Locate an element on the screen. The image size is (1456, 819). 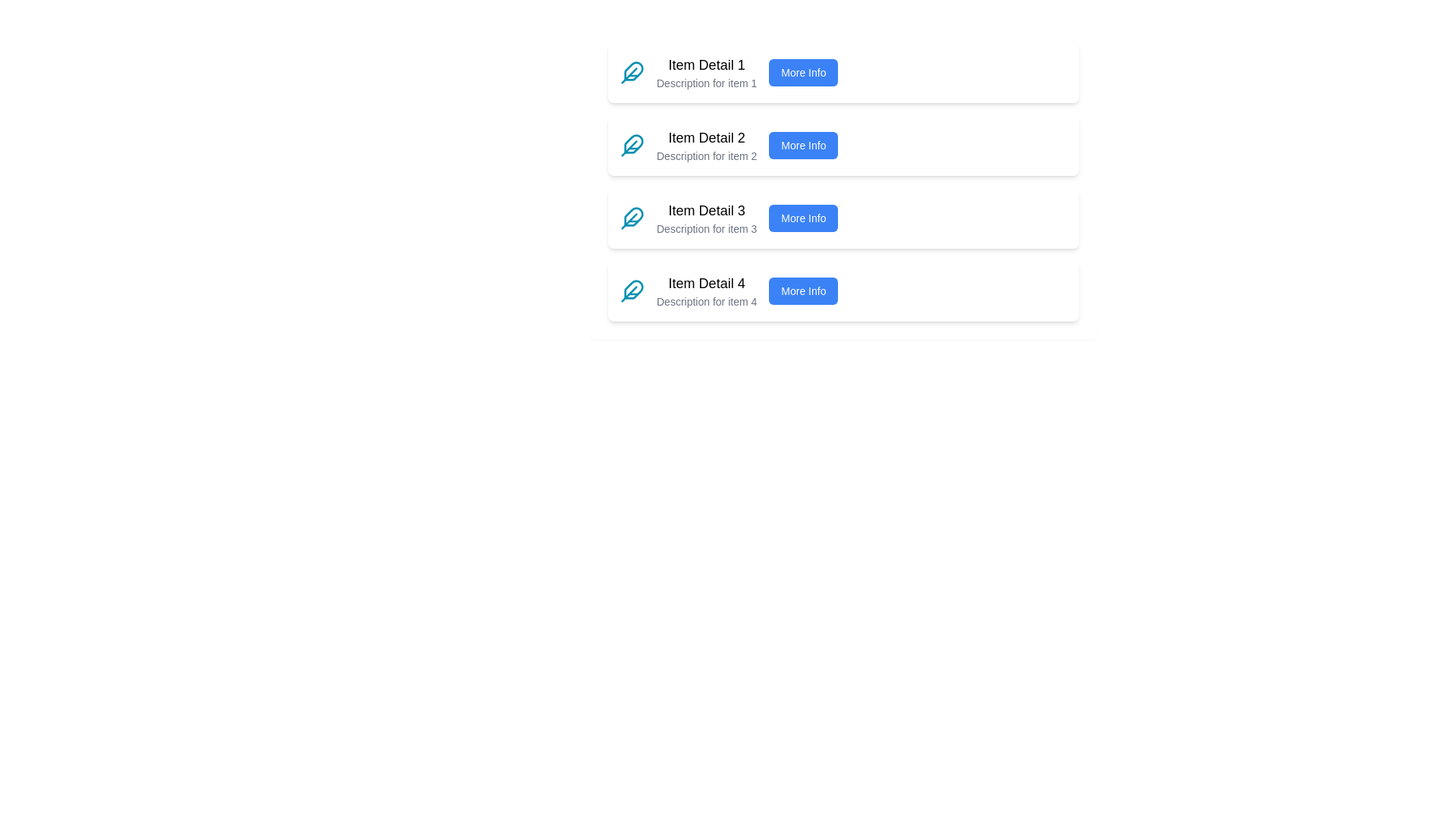
the decorative icon located to the left of the text 'Item Detail 3' in the third row of the list is located at coordinates (633, 216).